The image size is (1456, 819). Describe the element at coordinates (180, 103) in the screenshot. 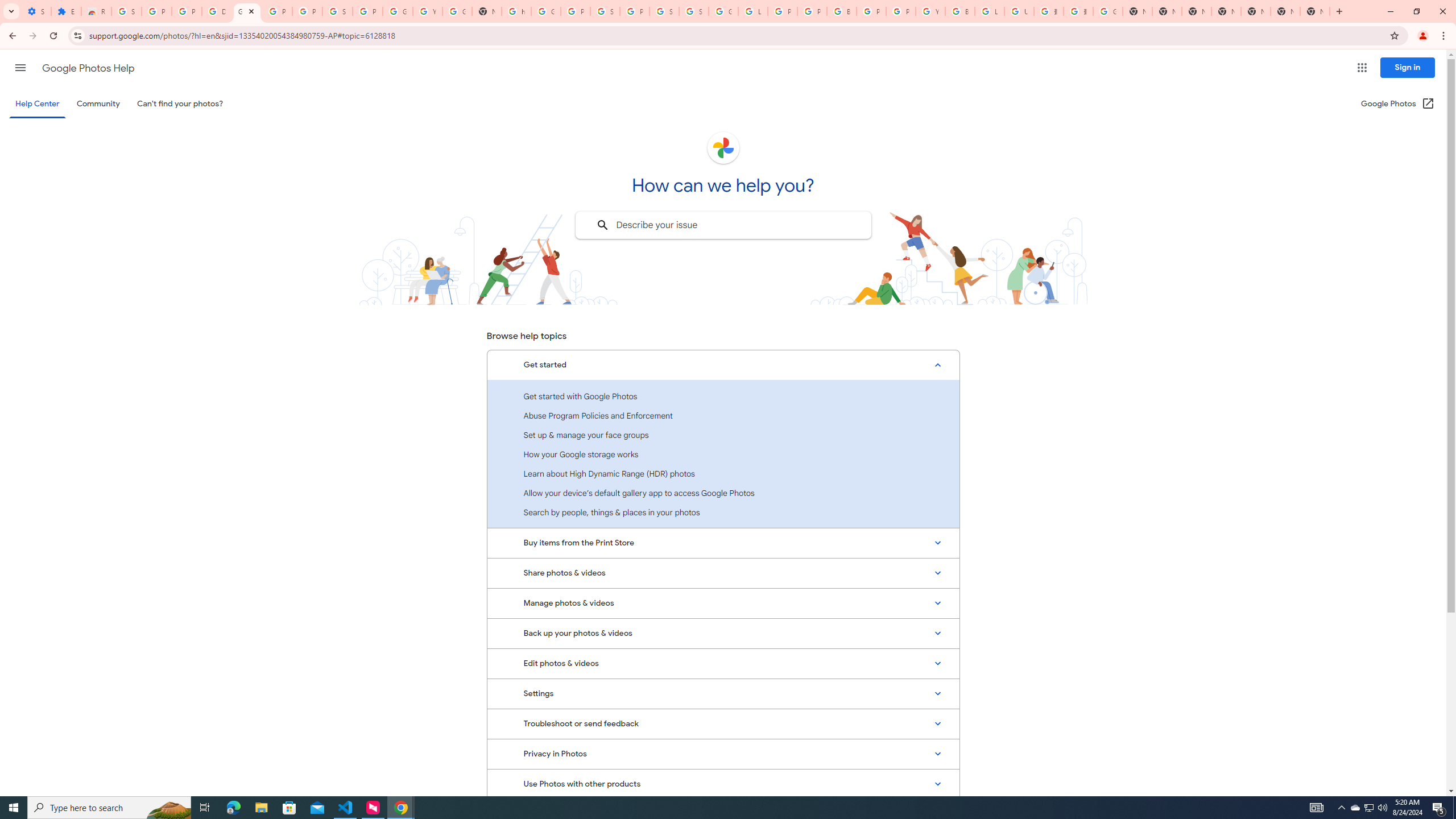

I see `'Can'` at that location.